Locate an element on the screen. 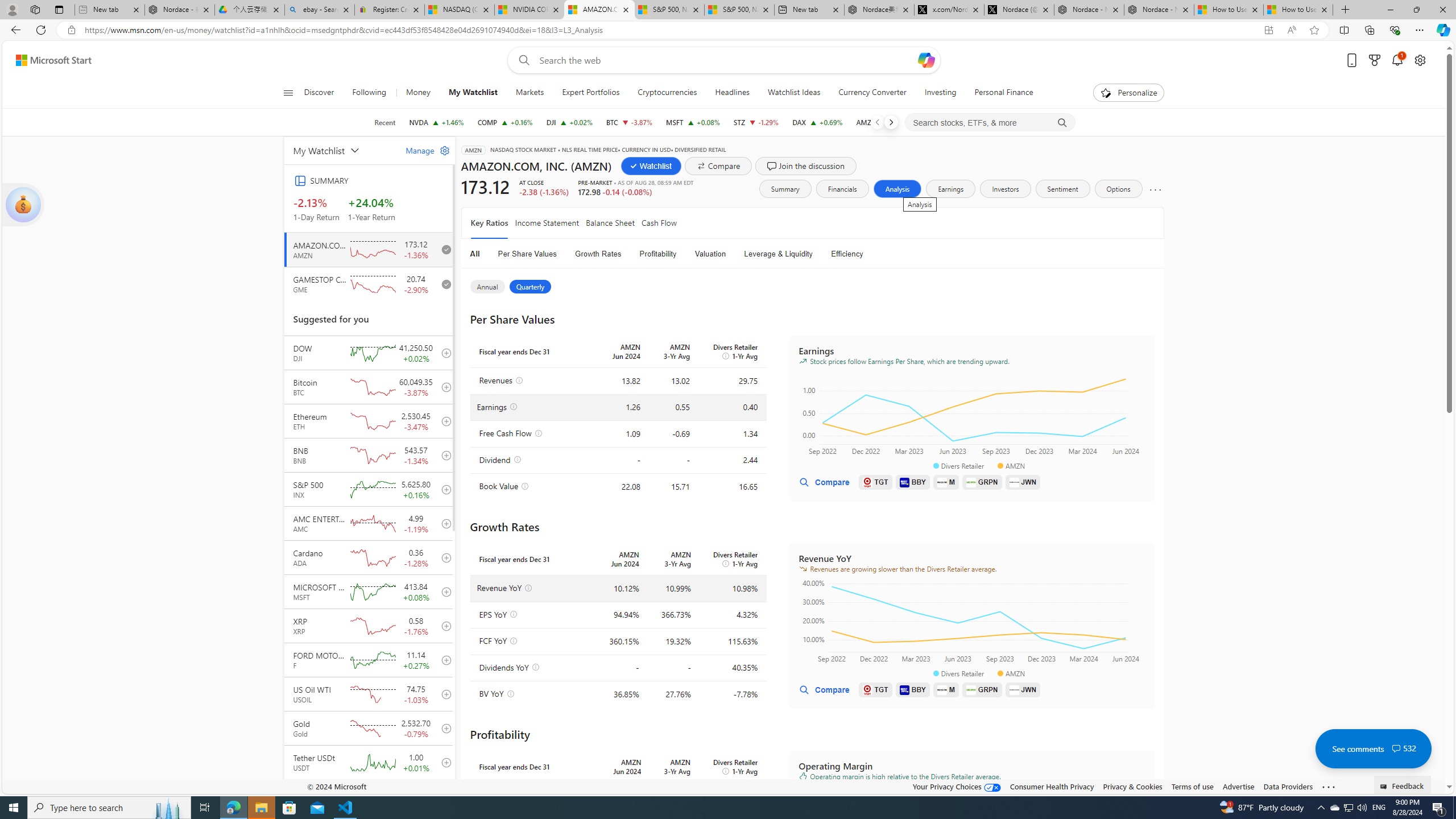  'See comments 532' is located at coordinates (1372, 748).